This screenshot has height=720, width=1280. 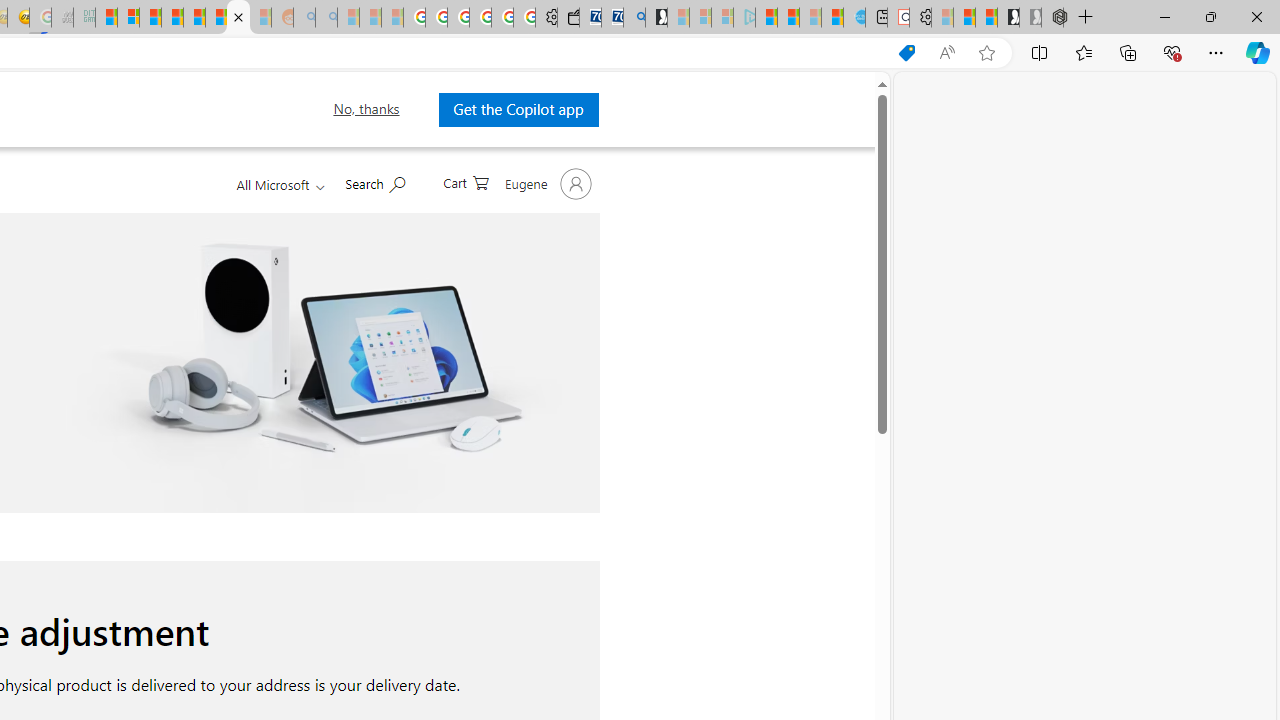 What do you see at coordinates (1051, 17) in the screenshot?
I see `'Nordace - Nordace Siena Is Not An Ordinary Backpack'` at bounding box center [1051, 17].